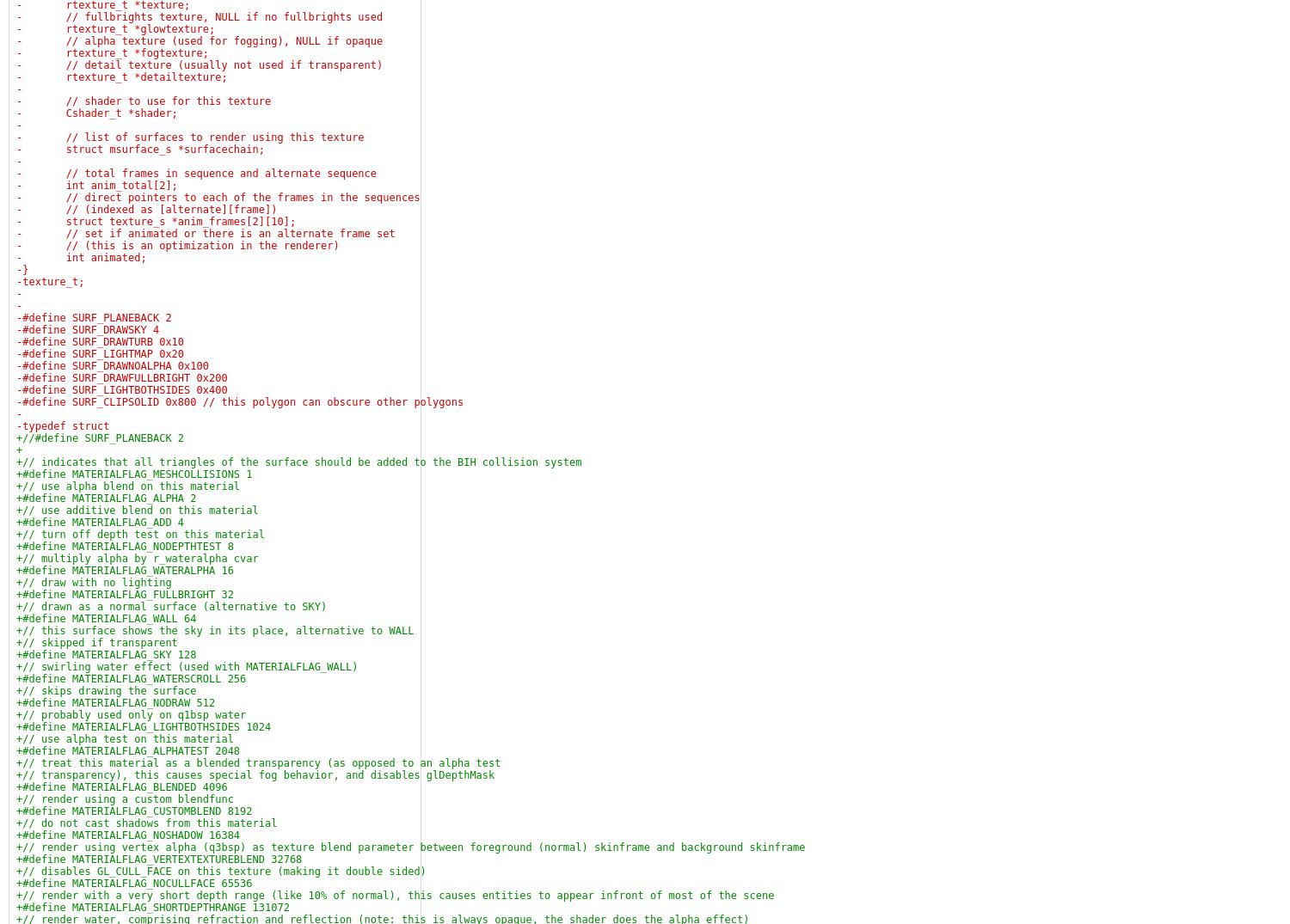 The height and width of the screenshot is (924, 1290). I want to click on '+#define MATERIALFLAG_ADD 4', so click(99, 522).